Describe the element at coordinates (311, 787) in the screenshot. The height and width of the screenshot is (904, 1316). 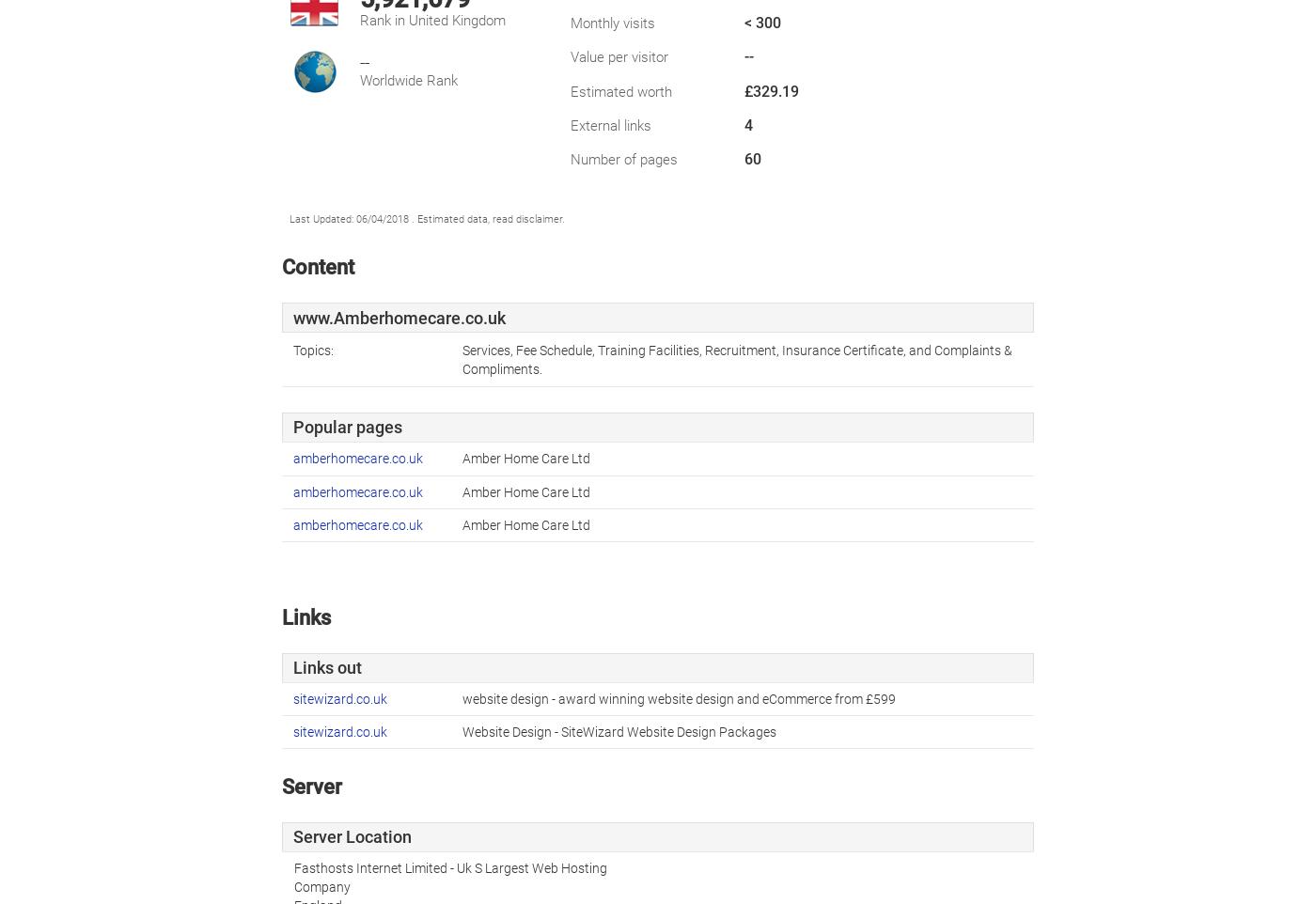
I see `'Server'` at that location.